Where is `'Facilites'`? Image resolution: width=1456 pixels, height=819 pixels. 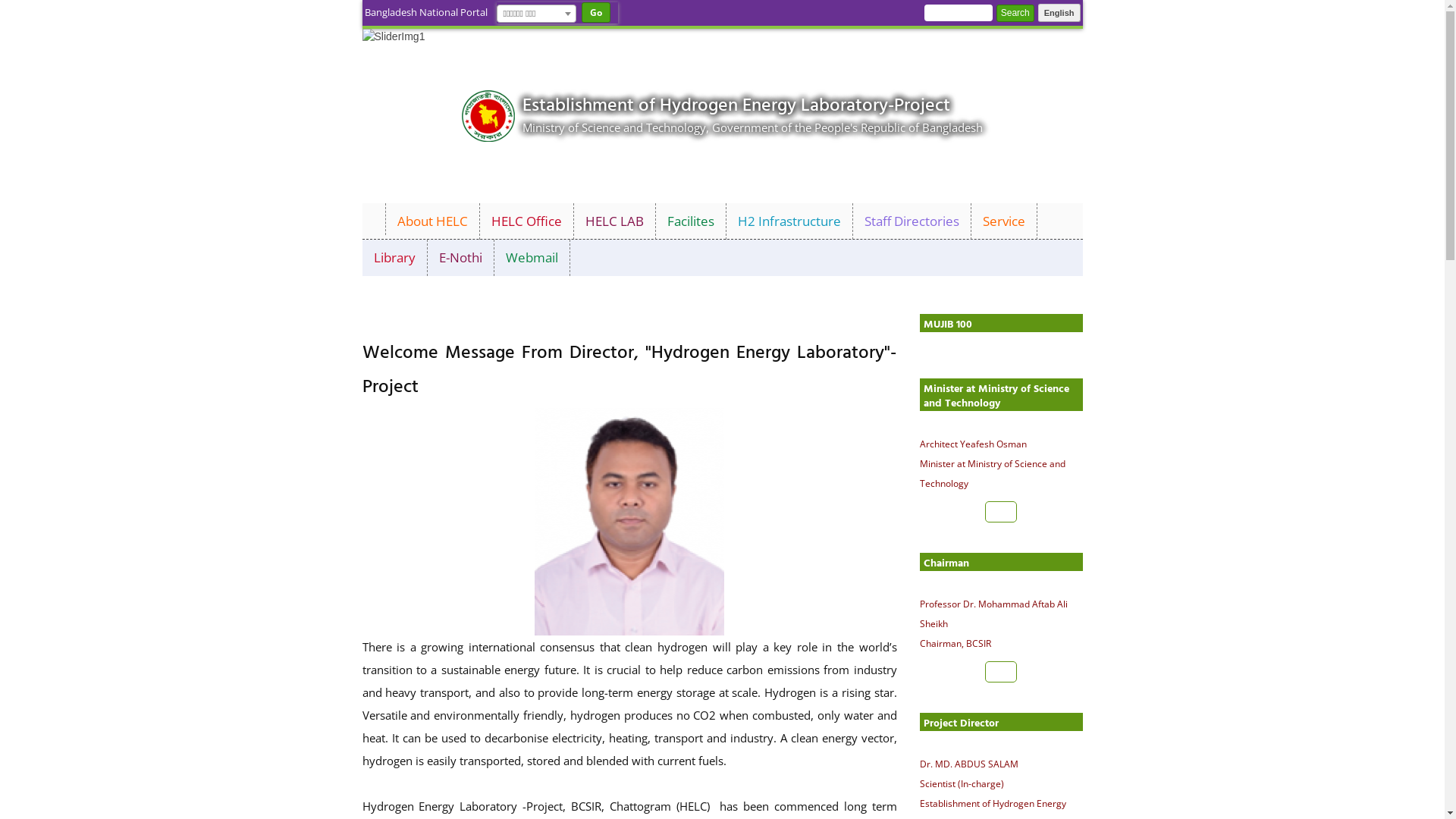 'Facilites' is located at coordinates (689, 221).